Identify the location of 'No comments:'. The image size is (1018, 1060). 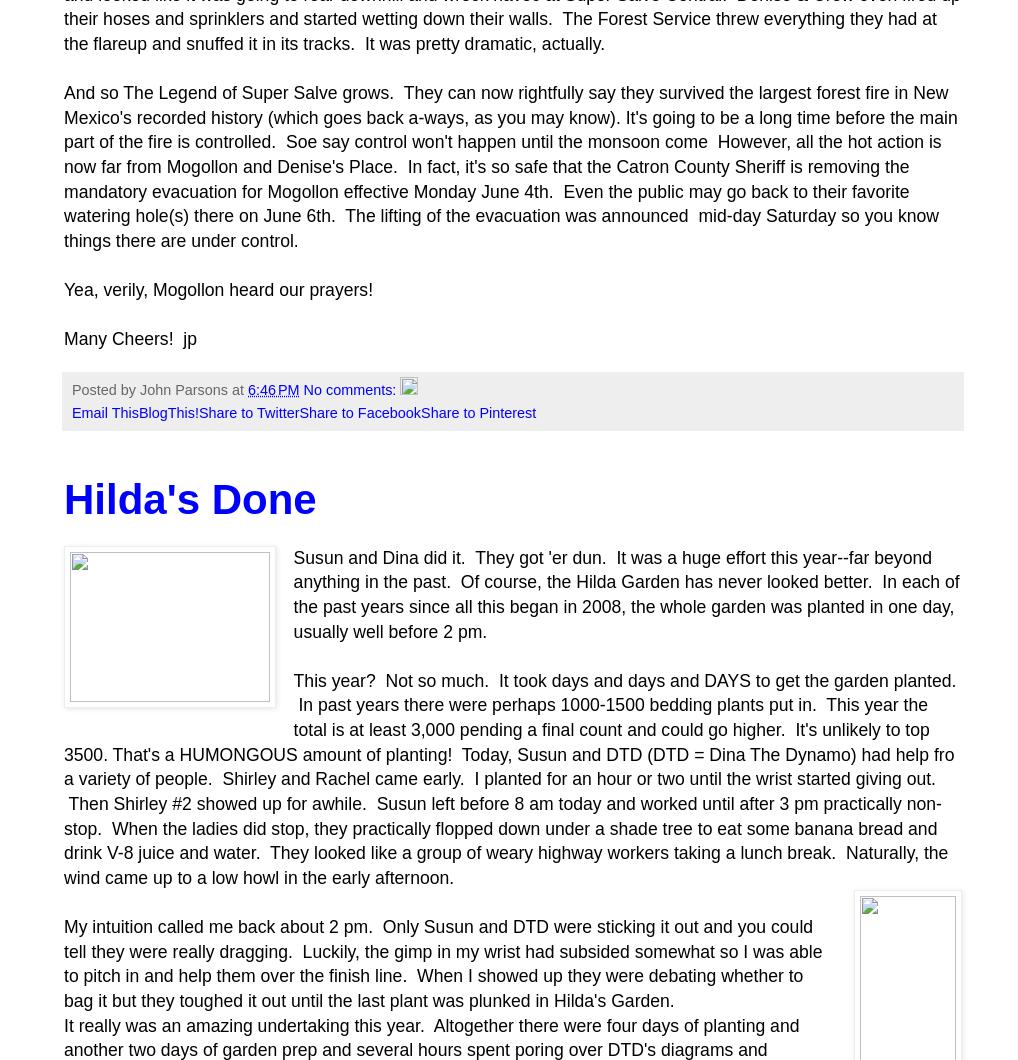
(350, 389).